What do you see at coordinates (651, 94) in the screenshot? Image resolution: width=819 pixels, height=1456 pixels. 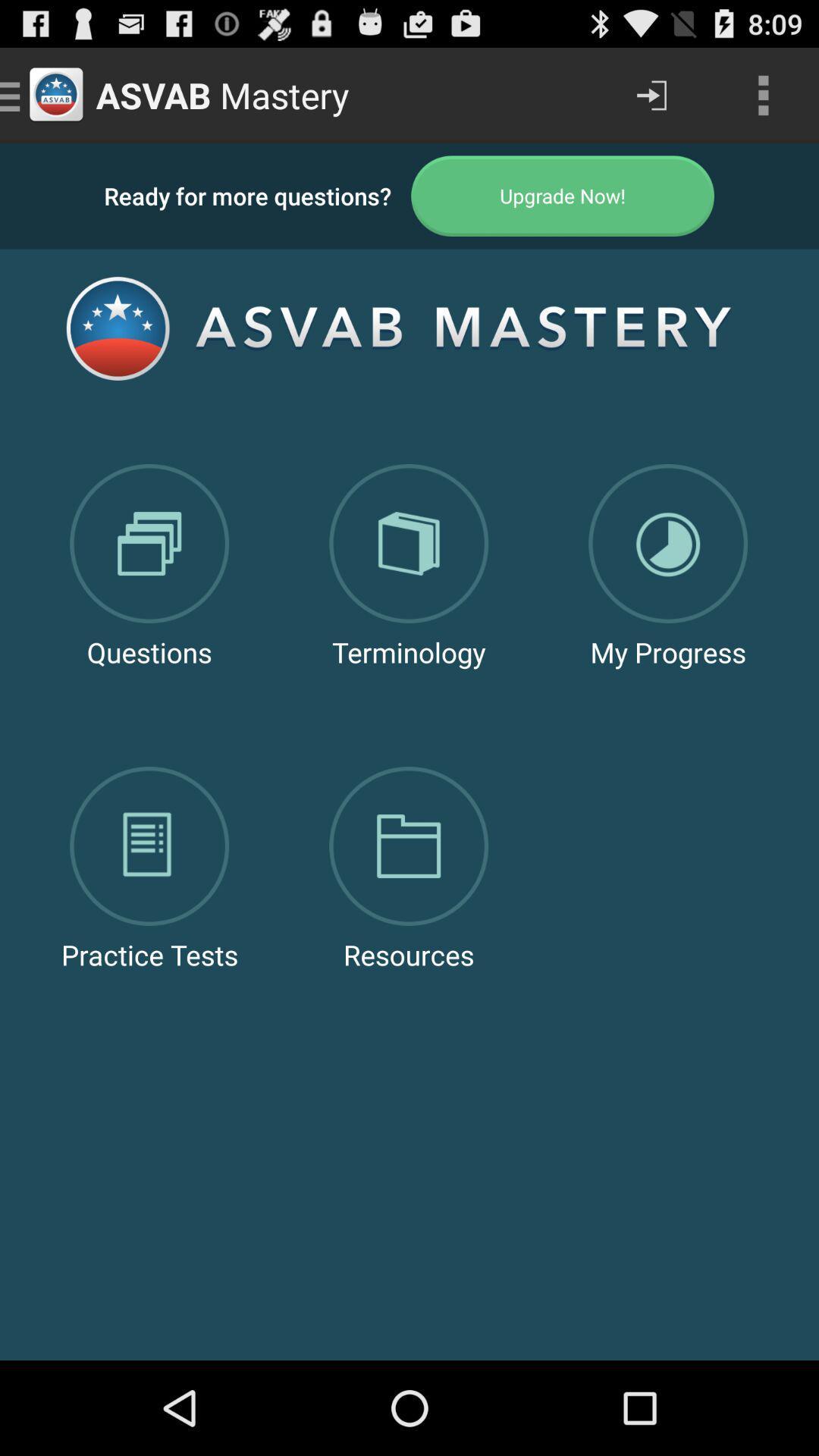 I see `the app to the right of asvab mastery app` at bounding box center [651, 94].